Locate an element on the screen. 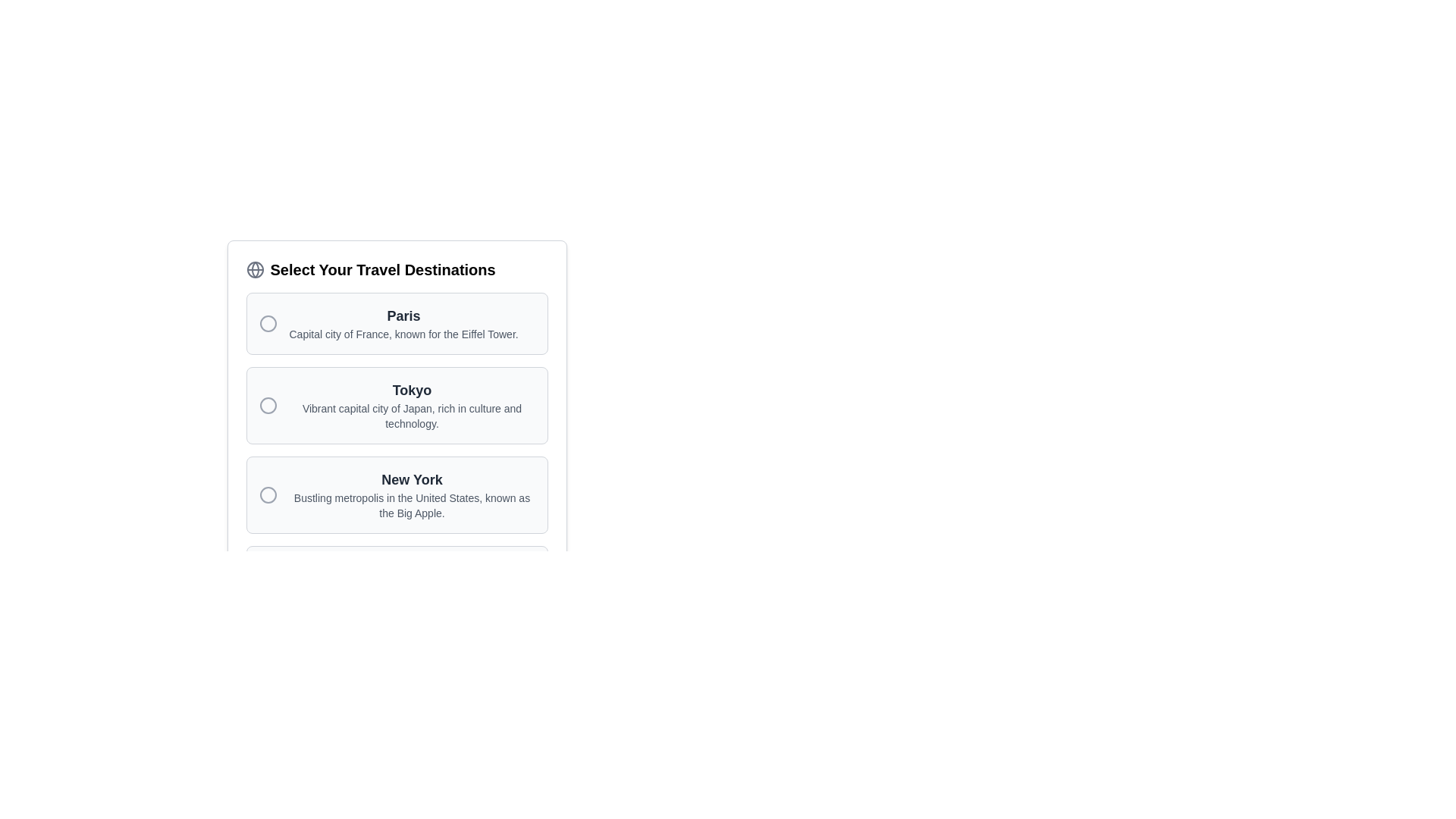 This screenshot has width=1456, height=819. the unselected radio button for the 'New York' travel option located in the third row of the selection options is located at coordinates (268, 494).